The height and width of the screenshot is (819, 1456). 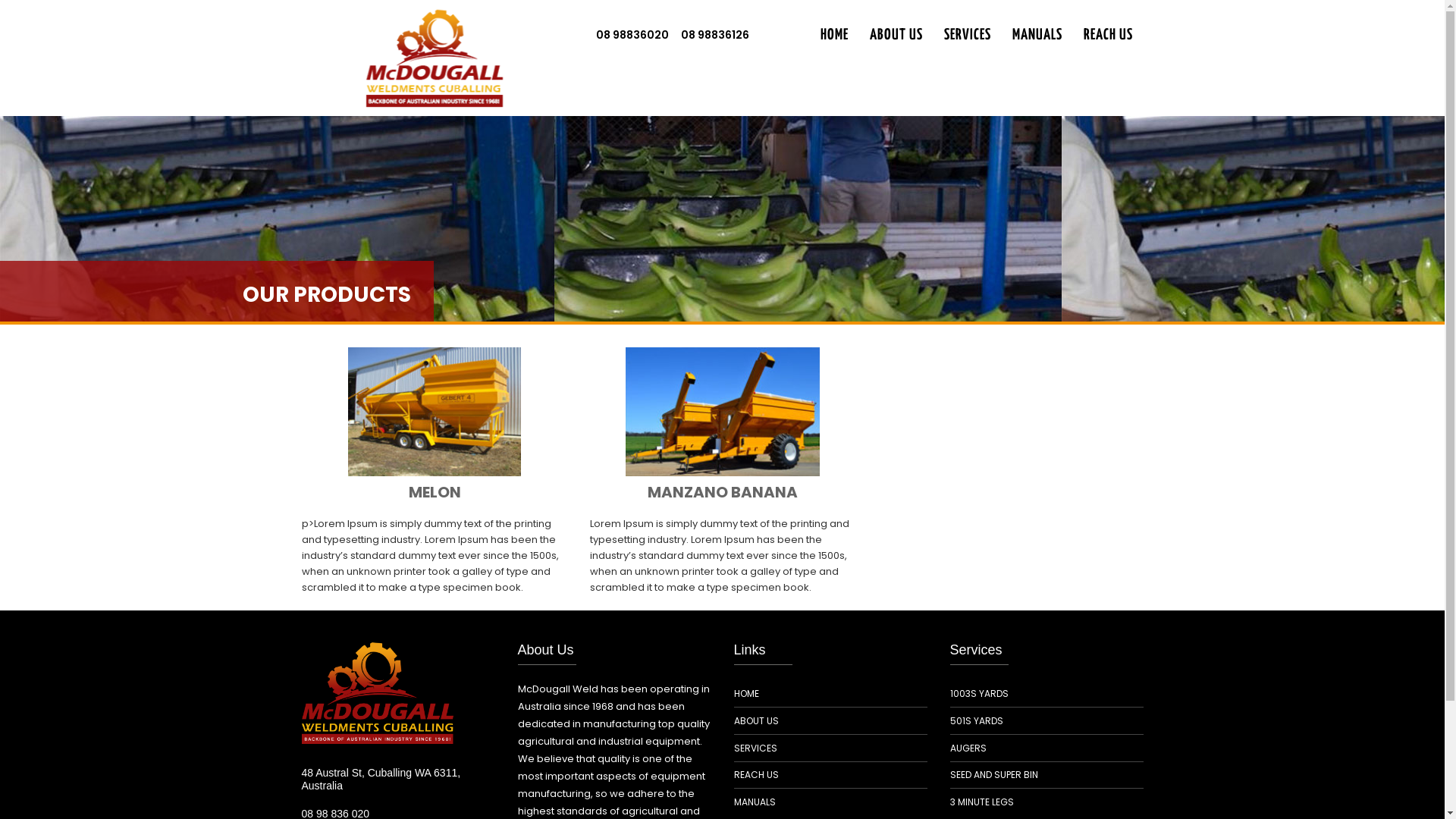 What do you see at coordinates (966, 35) in the screenshot?
I see `'SERVICES'` at bounding box center [966, 35].